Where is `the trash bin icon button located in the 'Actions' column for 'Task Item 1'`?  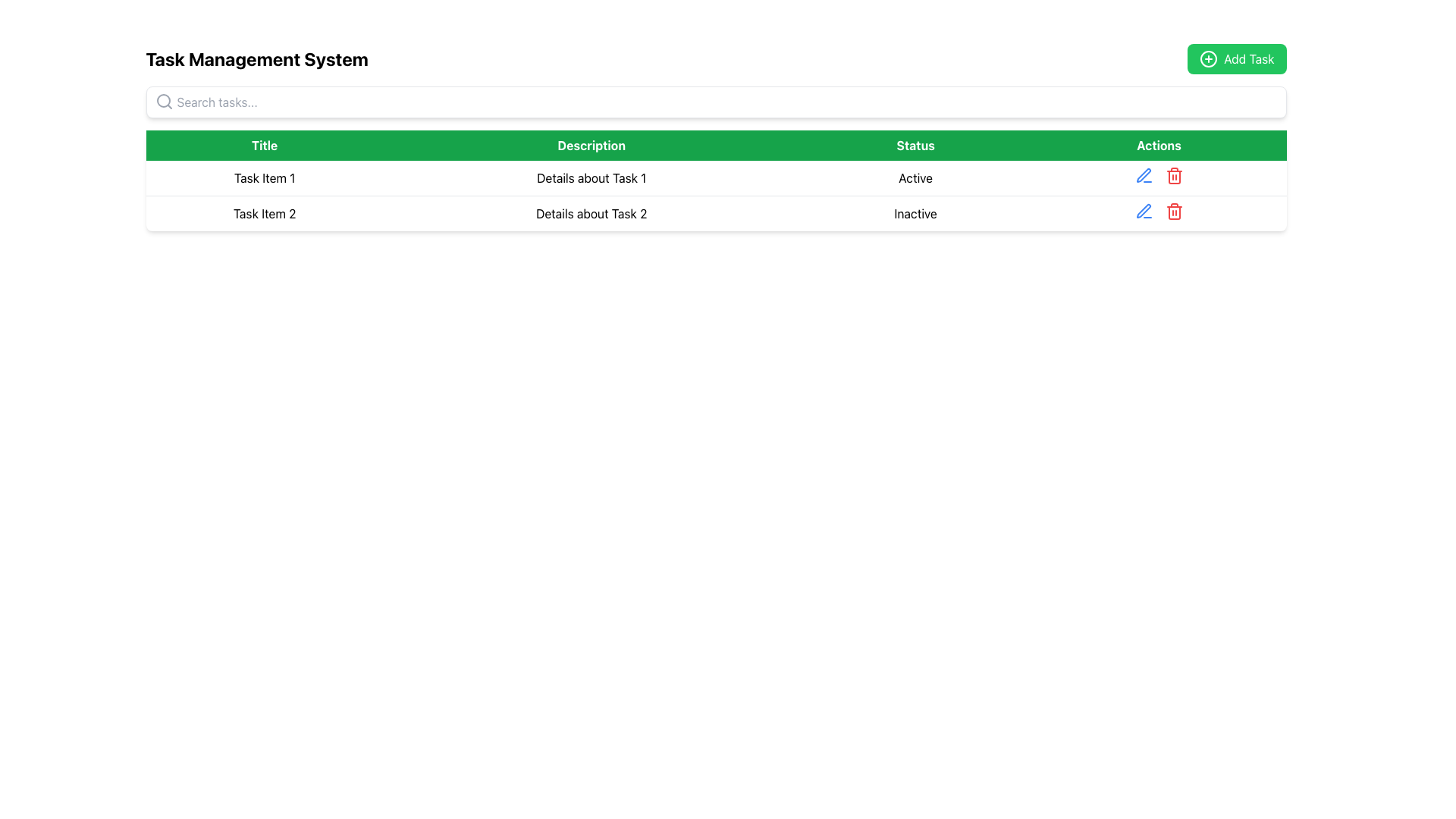
the trash bin icon button located in the 'Actions' column for 'Task Item 1' is located at coordinates (1173, 174).